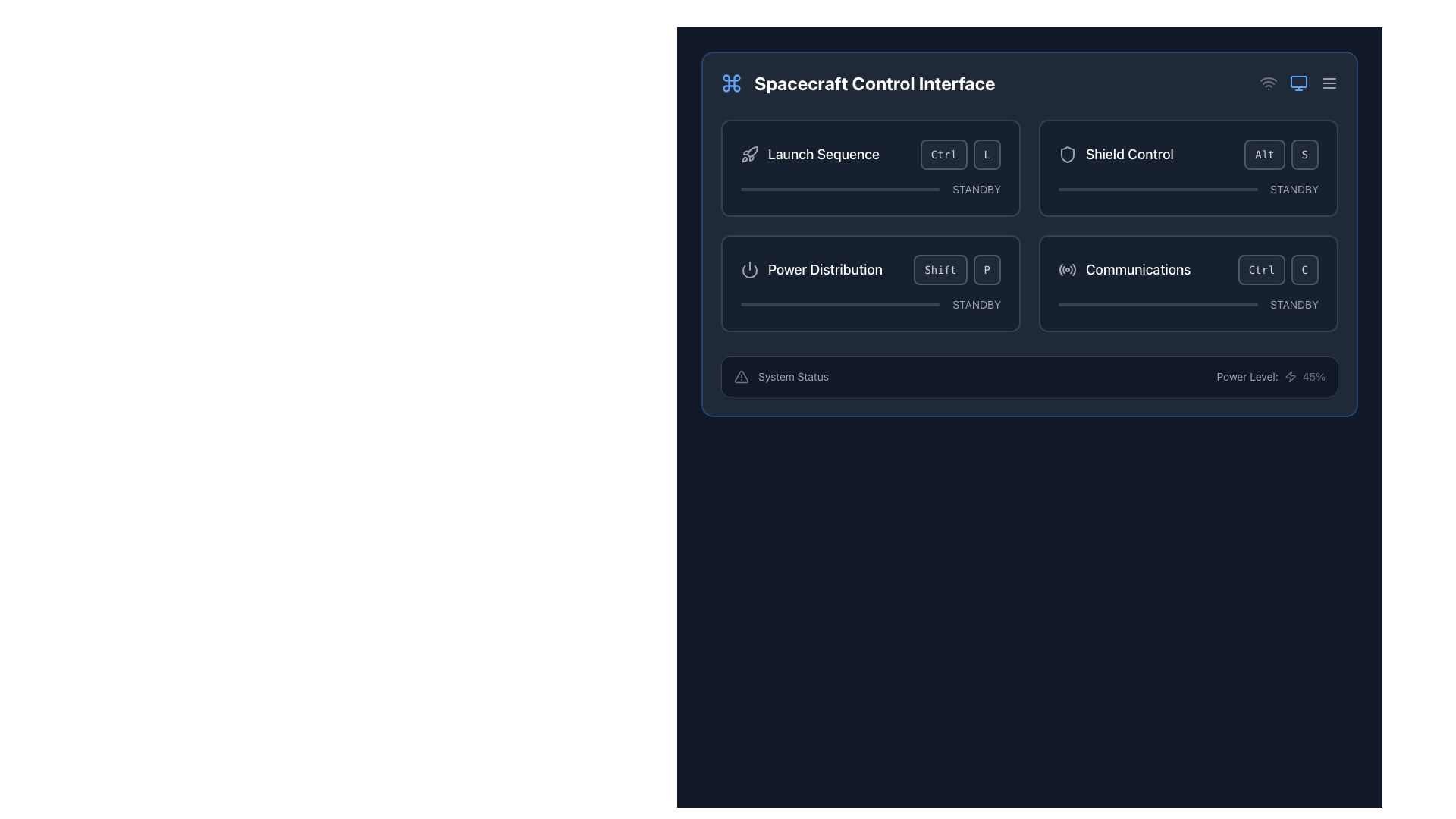 This screenshot has height=819, width=1456. Describe the element at coordinates (1188, 189) in the screenshot. I see `the progress bar indicating the 'STANDBY' status for the 'Shield Control' feature, which is visually represented below the main header of the section` at that location.